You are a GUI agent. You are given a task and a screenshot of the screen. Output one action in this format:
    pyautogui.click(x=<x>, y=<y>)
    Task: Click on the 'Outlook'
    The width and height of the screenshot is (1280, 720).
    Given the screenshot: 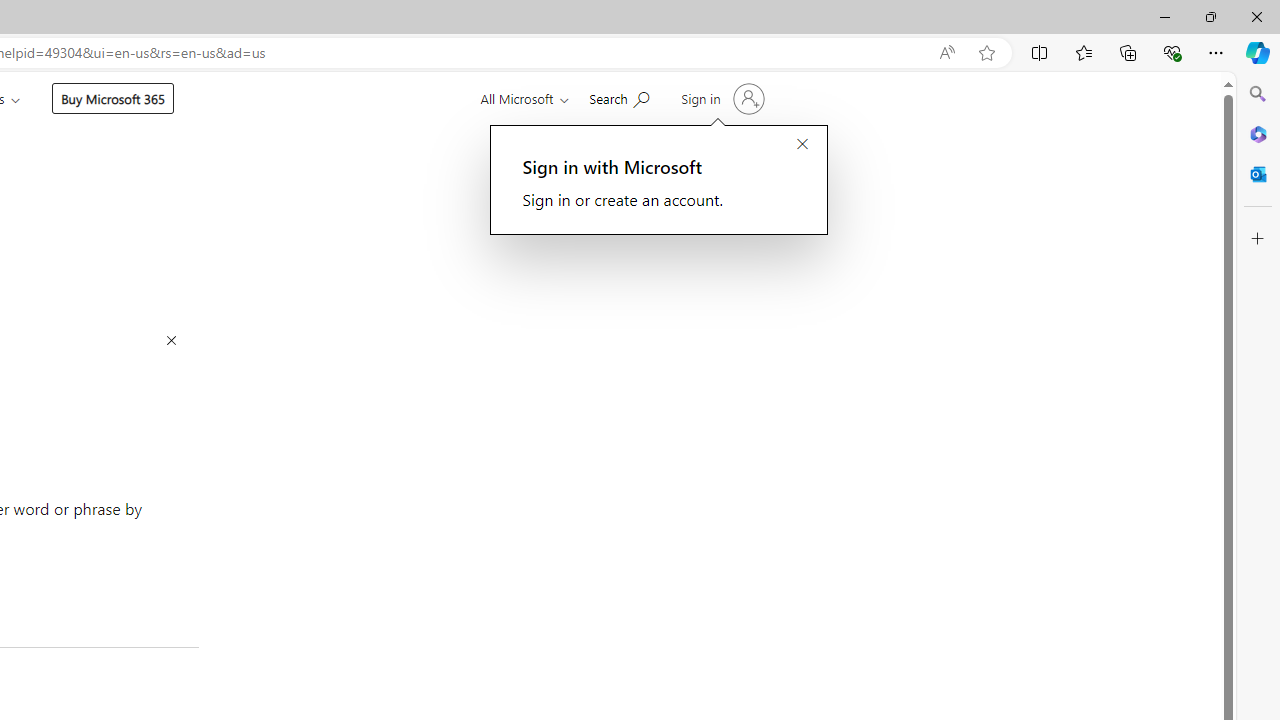 What is the action you would take?
    pyautogui.click(x=1257, y=173)
    